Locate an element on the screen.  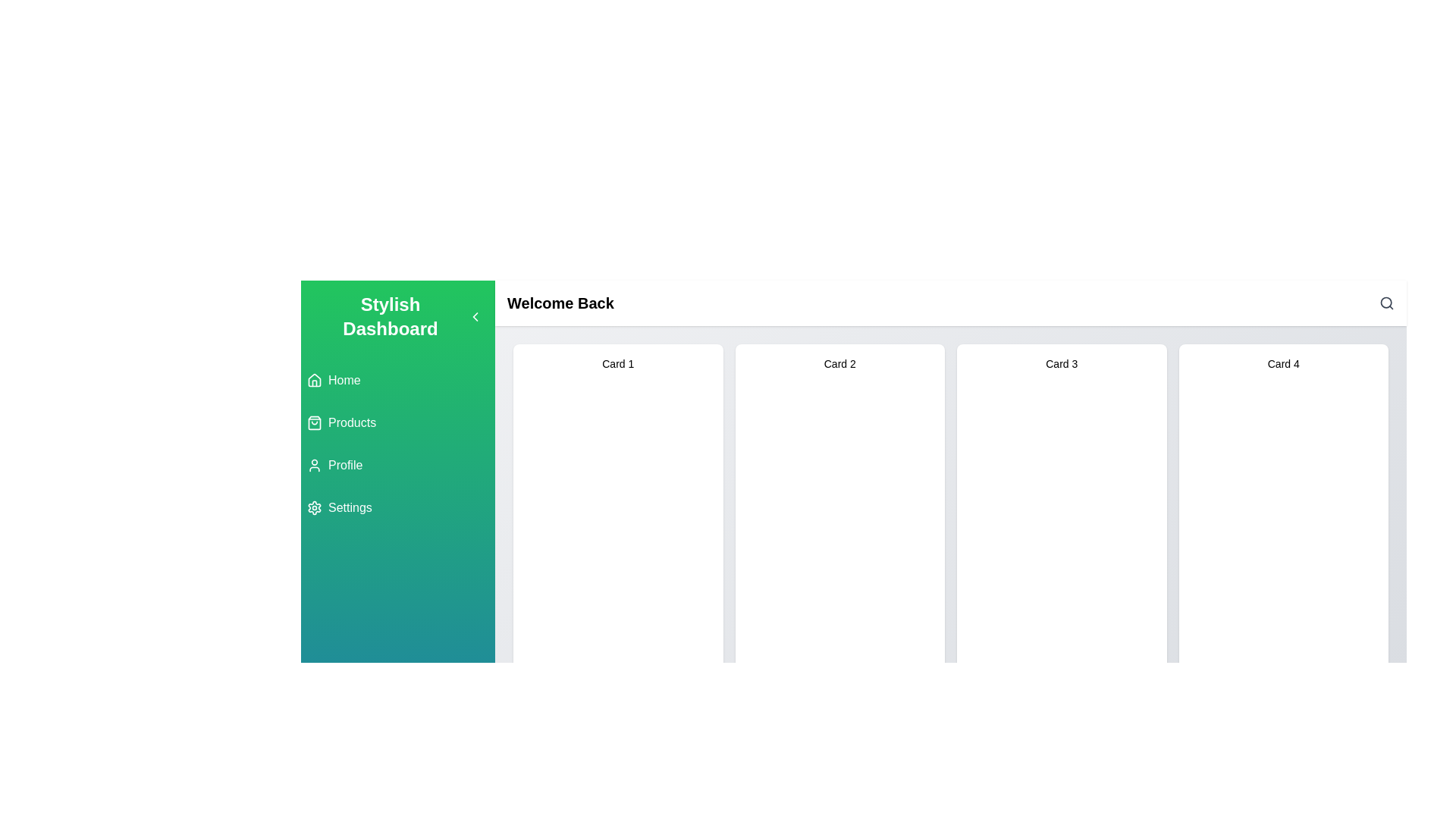
the 'Settings' icon located is located at coordinates (313, 508).